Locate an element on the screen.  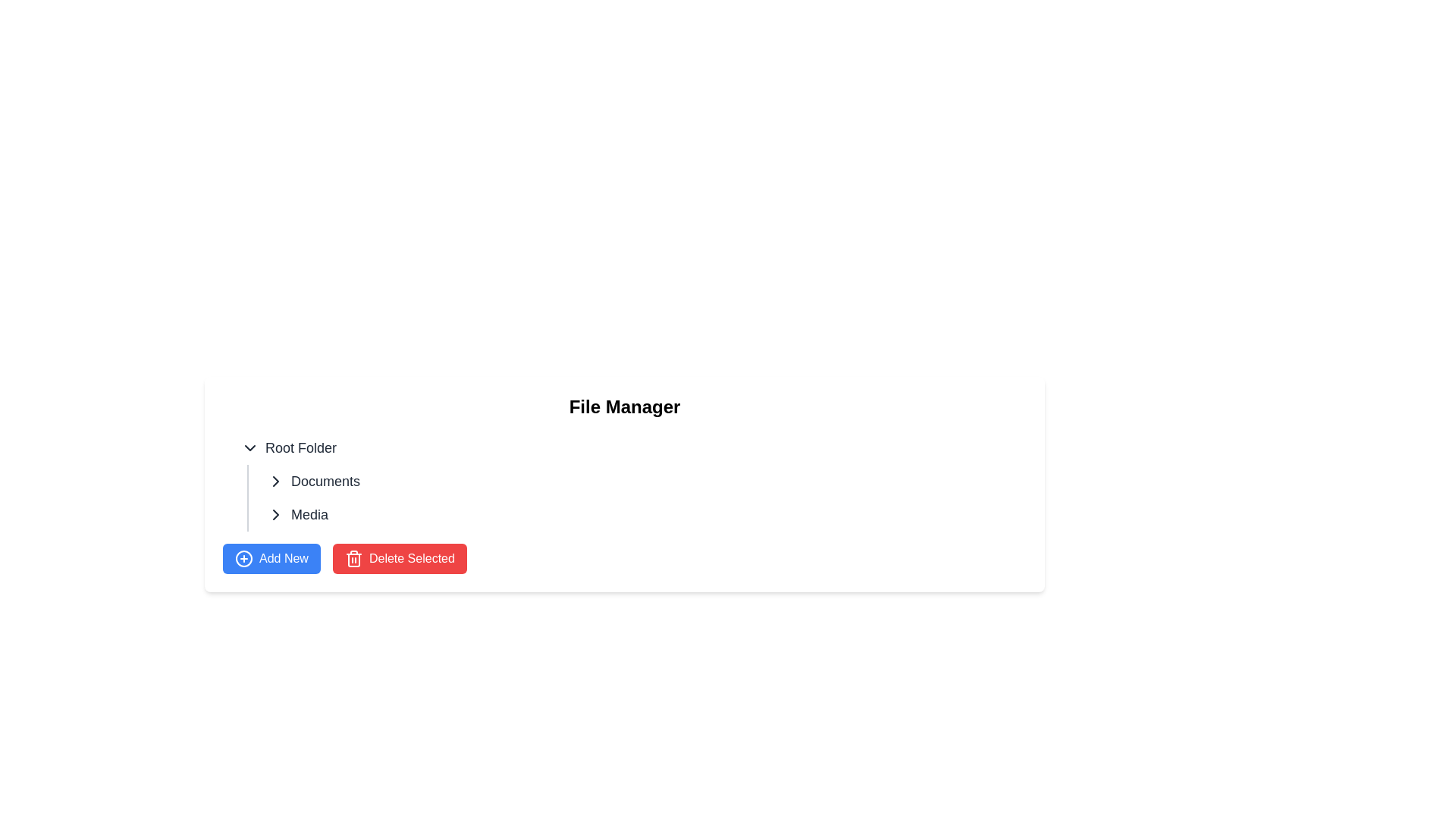
the chevron-right icon button next to the 'Documents' text is located at coordinates (276, 482).